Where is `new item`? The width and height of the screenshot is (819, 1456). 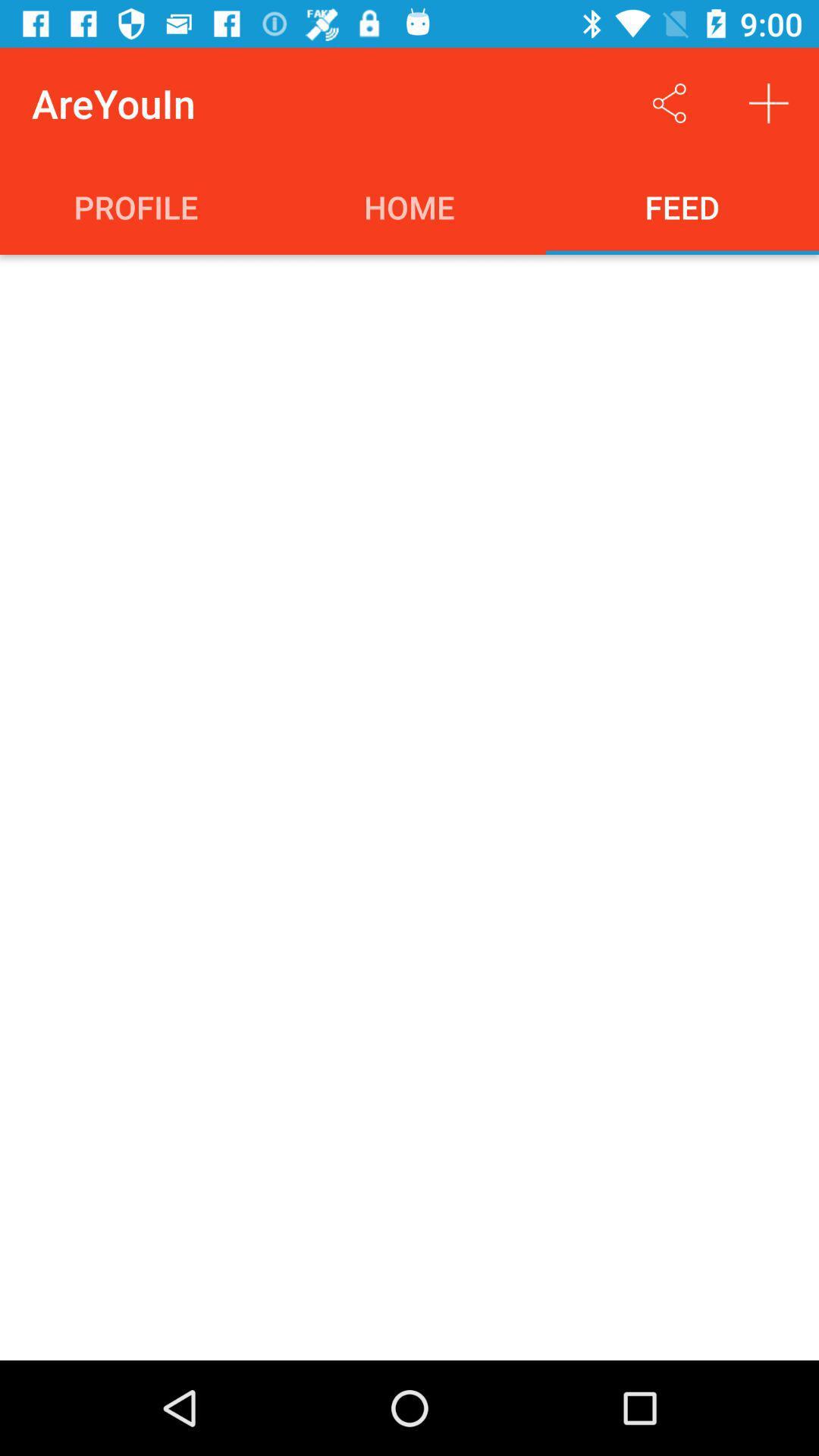
new item is located at coordinates (769, 102).